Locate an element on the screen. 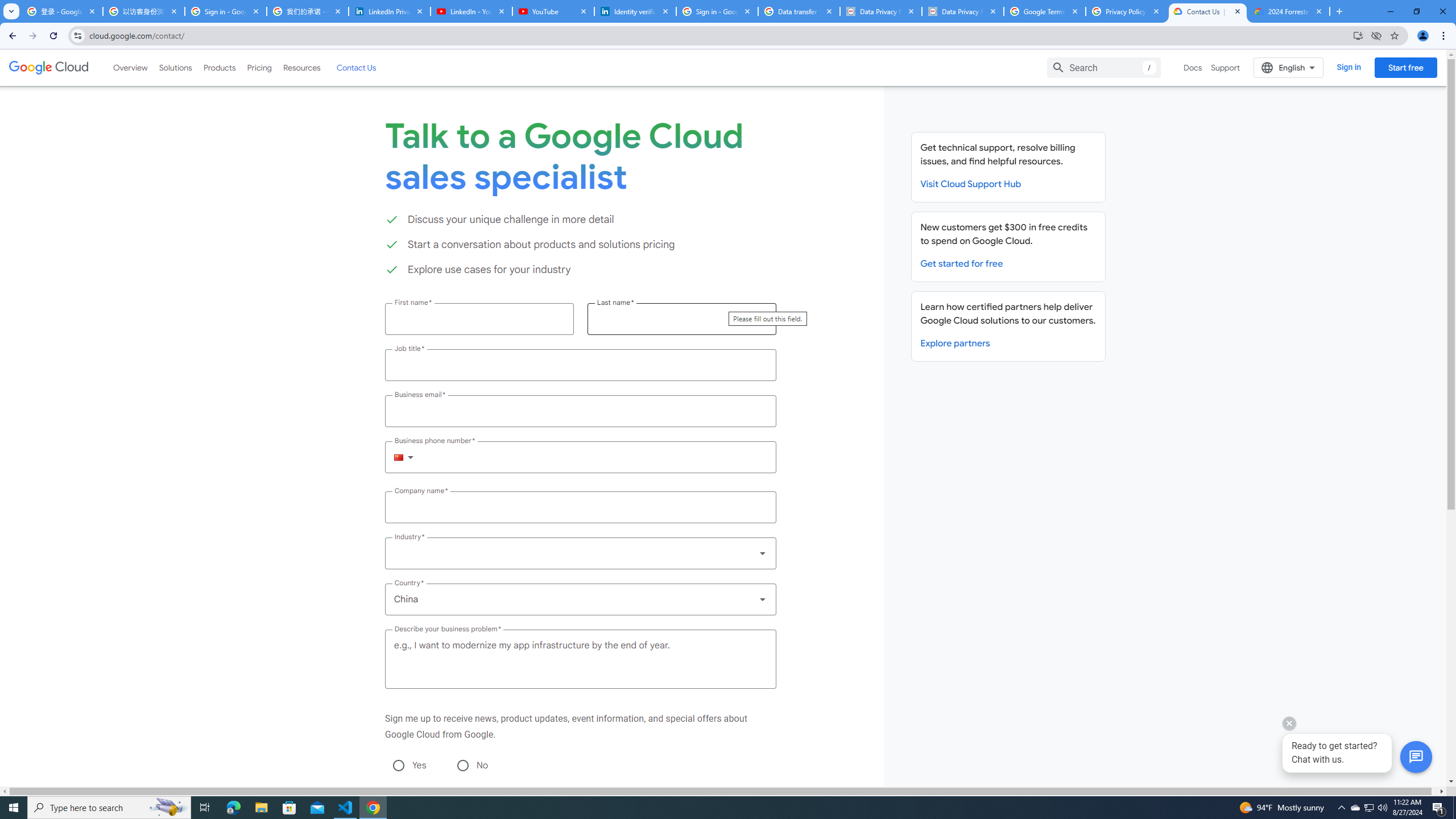 Image resolution: width=1456 pixels, height=819 pixels. 'Pricing' is located at coordinates (259, 67).